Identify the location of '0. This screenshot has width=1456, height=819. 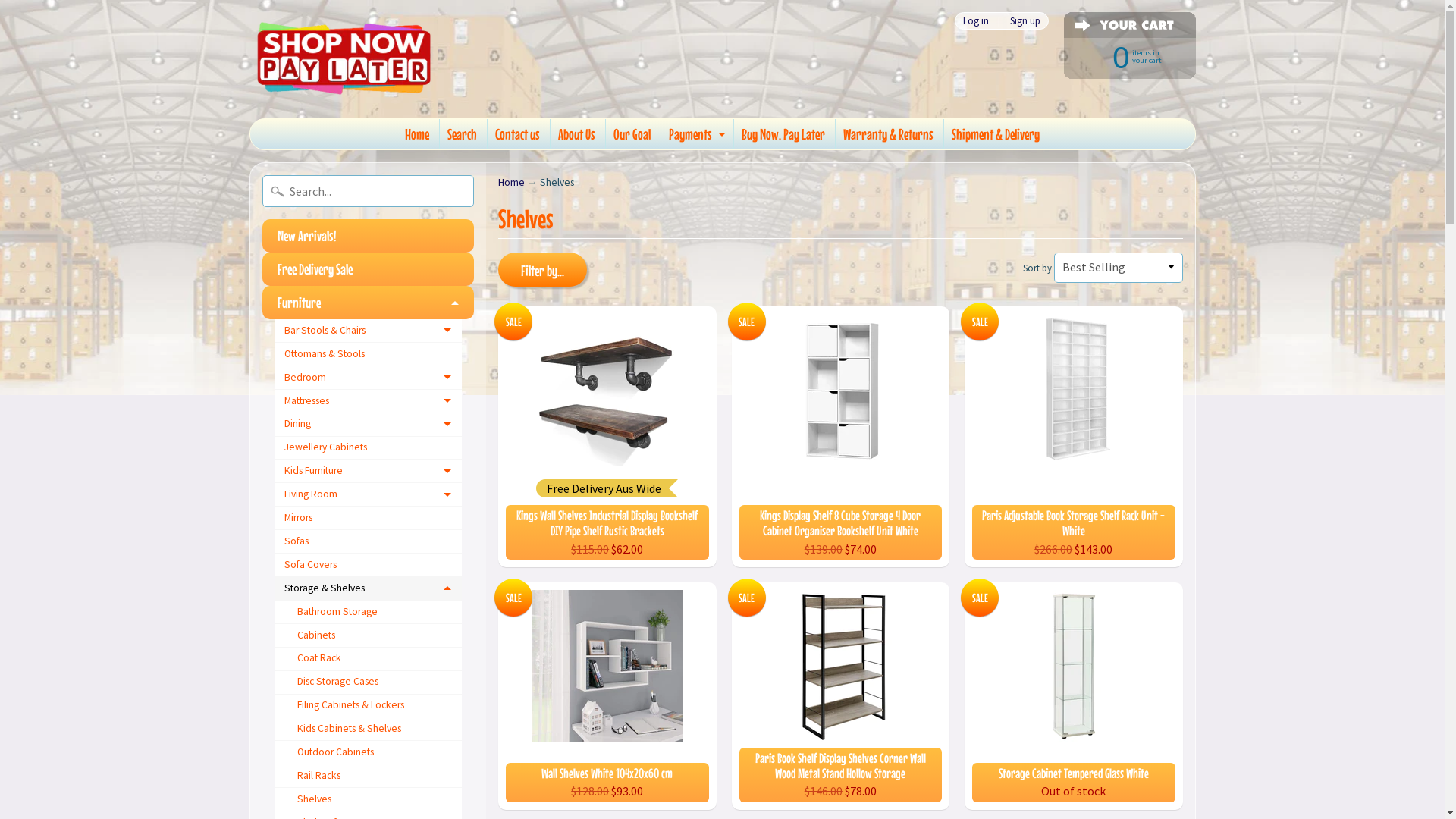
(1048, 55).